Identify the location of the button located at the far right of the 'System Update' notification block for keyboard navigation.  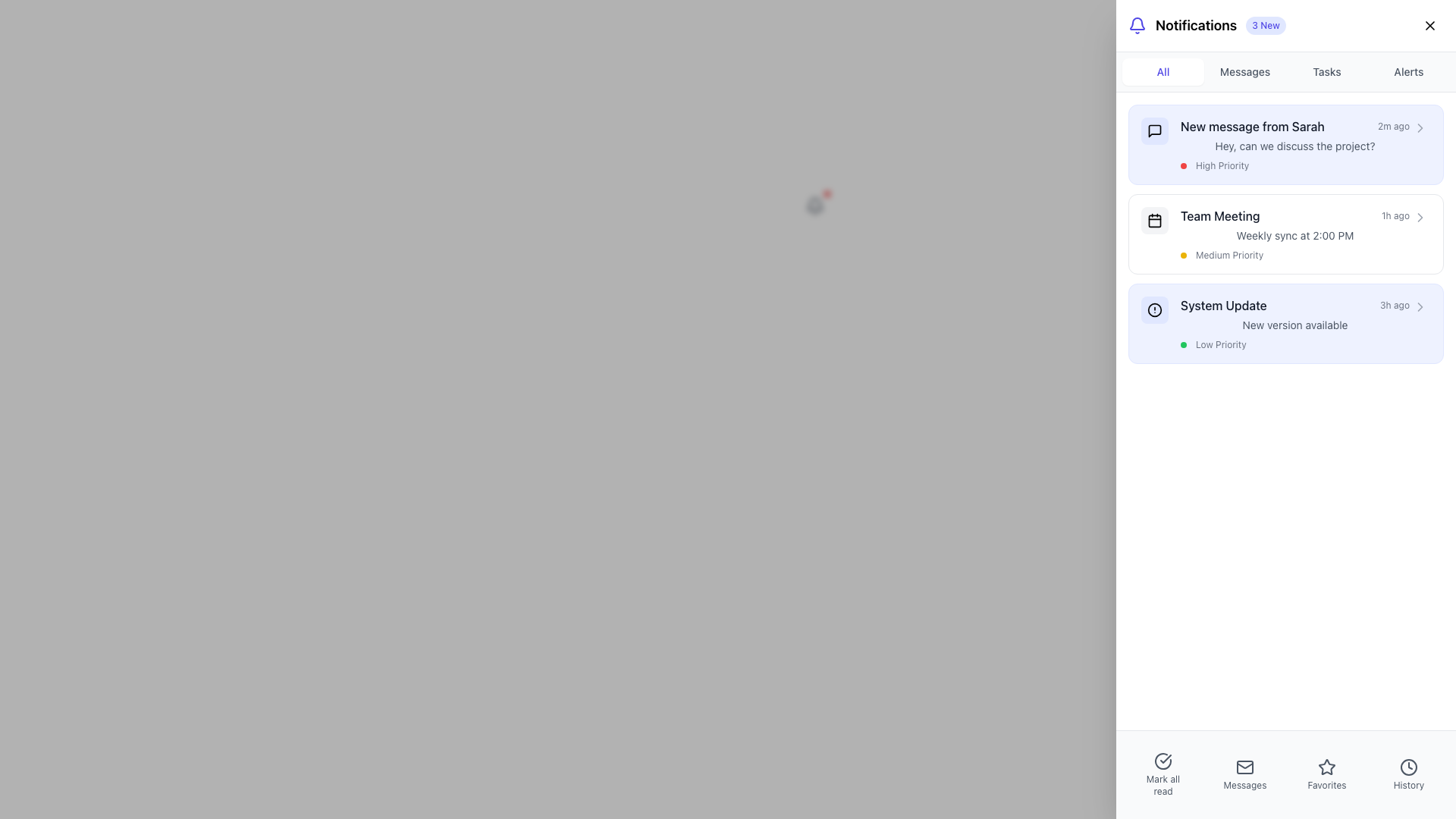
(1419, 307).